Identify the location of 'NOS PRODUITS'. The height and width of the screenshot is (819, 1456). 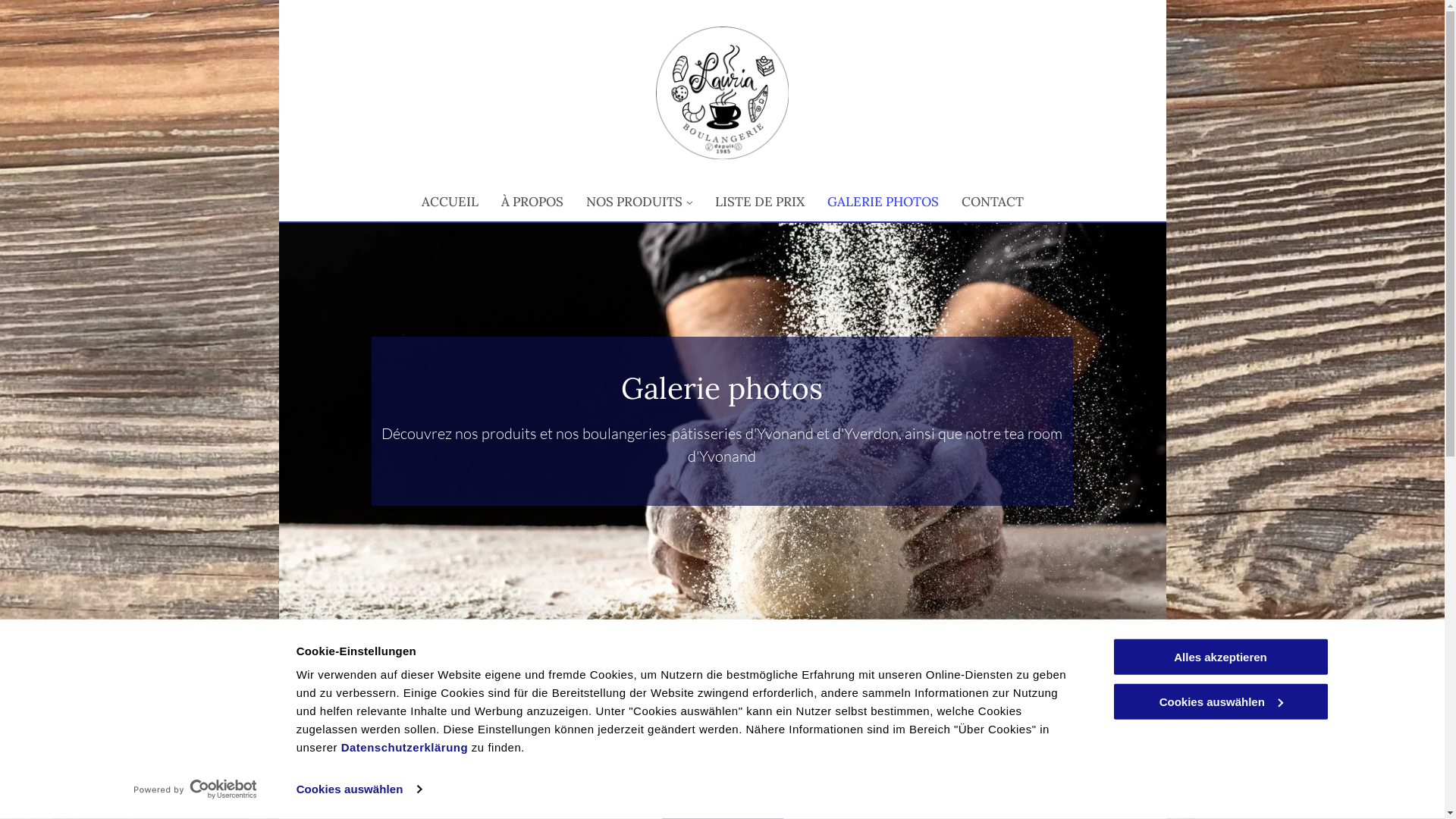
(639, 201).